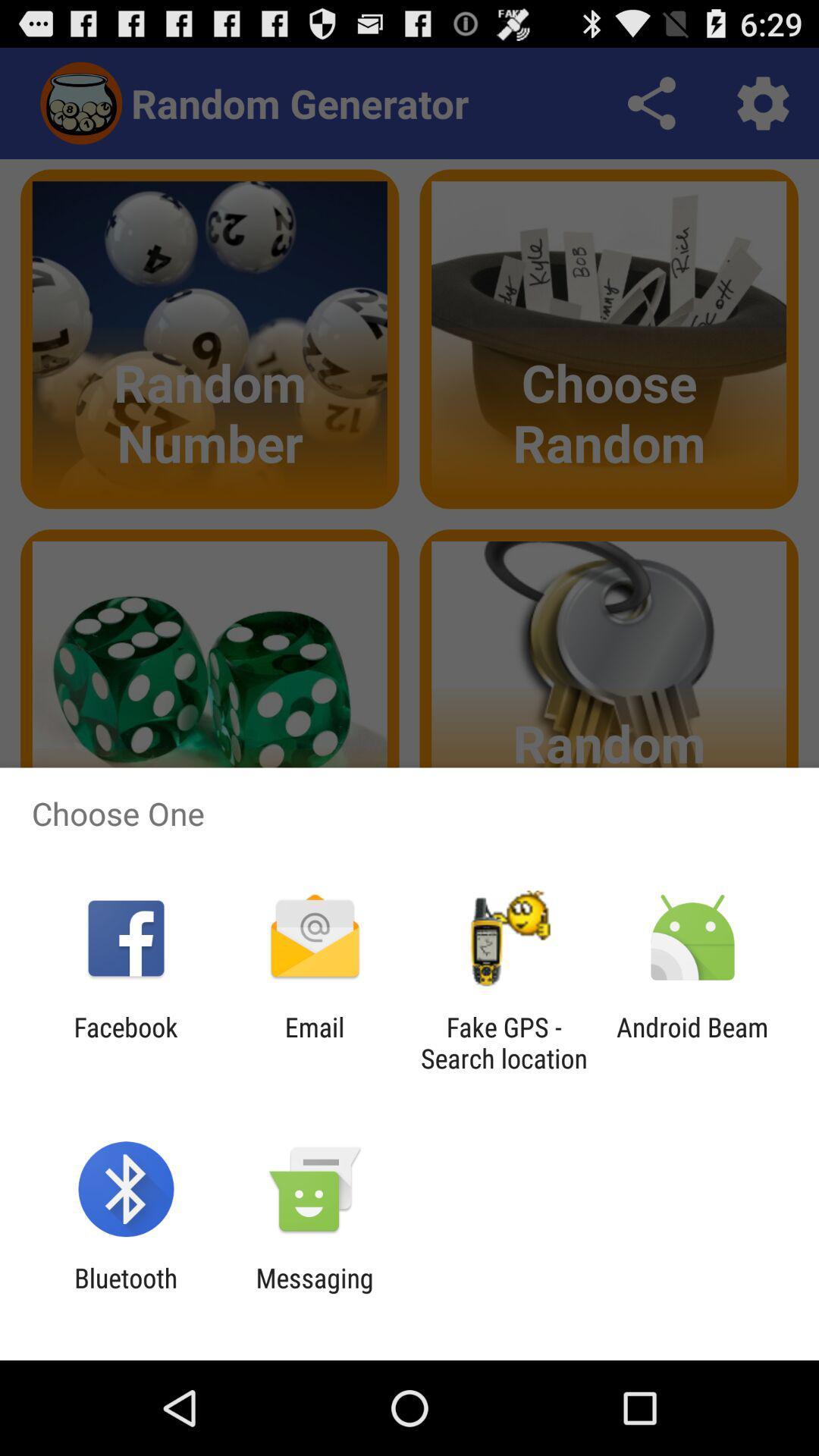 This screenshot has height=1456, width=819. I want to click on the item next to messaging app, so click(125, 1293).